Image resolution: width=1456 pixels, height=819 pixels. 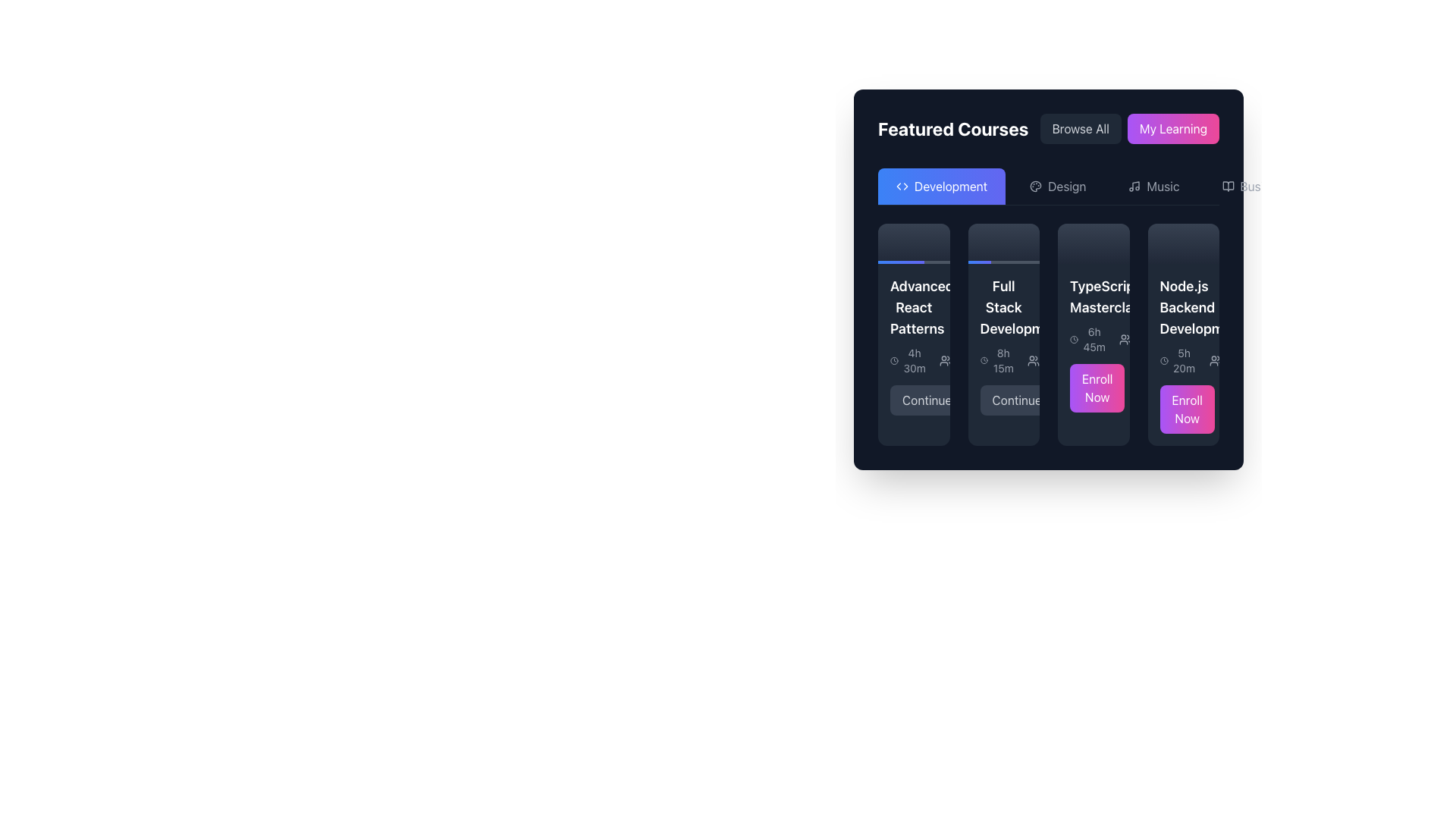 I want to click on the button that prompts users to enroll in the course, located at the lower segment of the last card on the right in the displayed grid of courses, to observe its hover effect, so click(x=1186, y=409).